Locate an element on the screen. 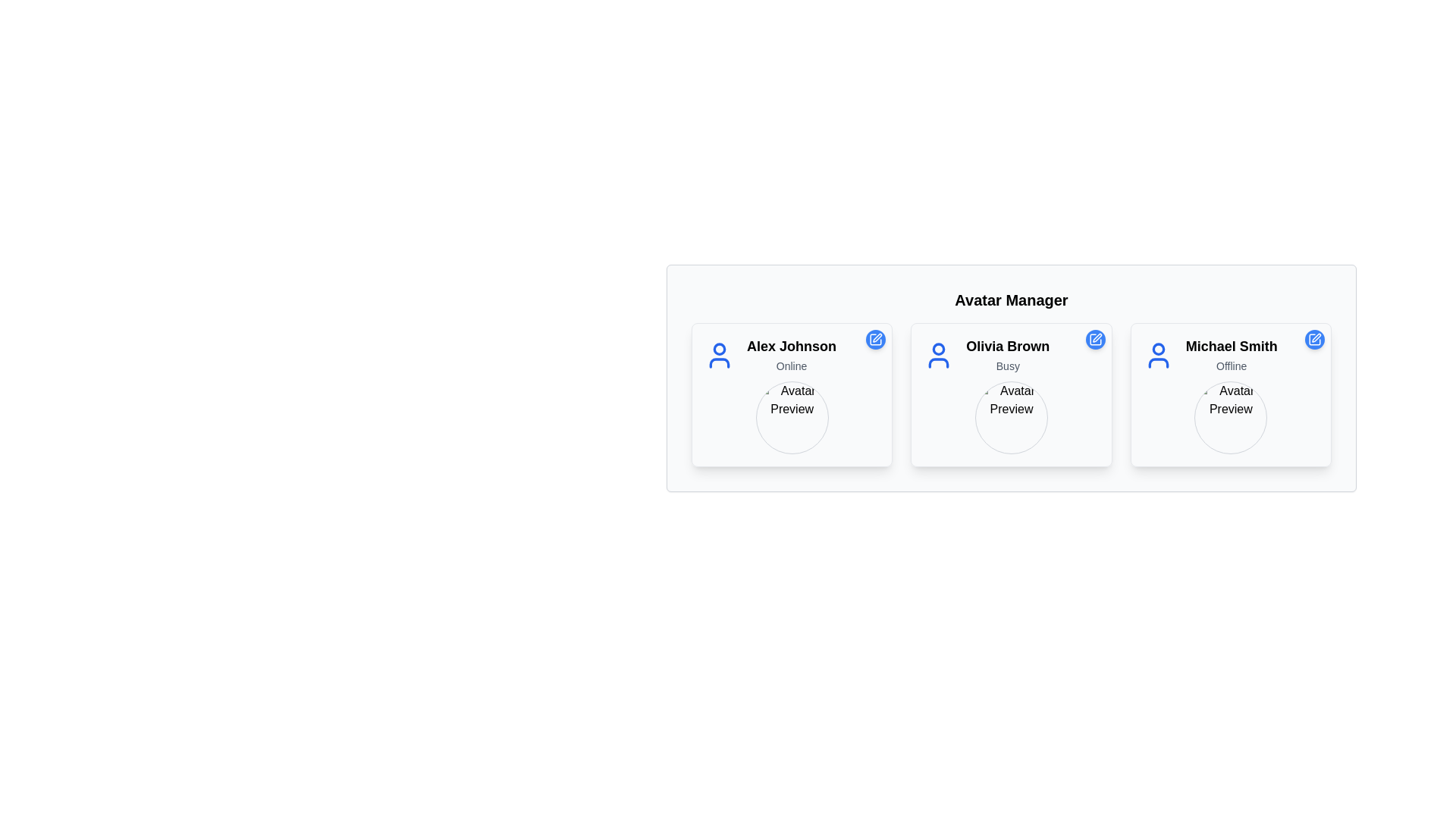 The width and height of the screenshot is (1456, 819). the vector graphic part of the pen icon used for editing within the card interface for user 'Alex Johnson' is located at coordinates (877, 337).